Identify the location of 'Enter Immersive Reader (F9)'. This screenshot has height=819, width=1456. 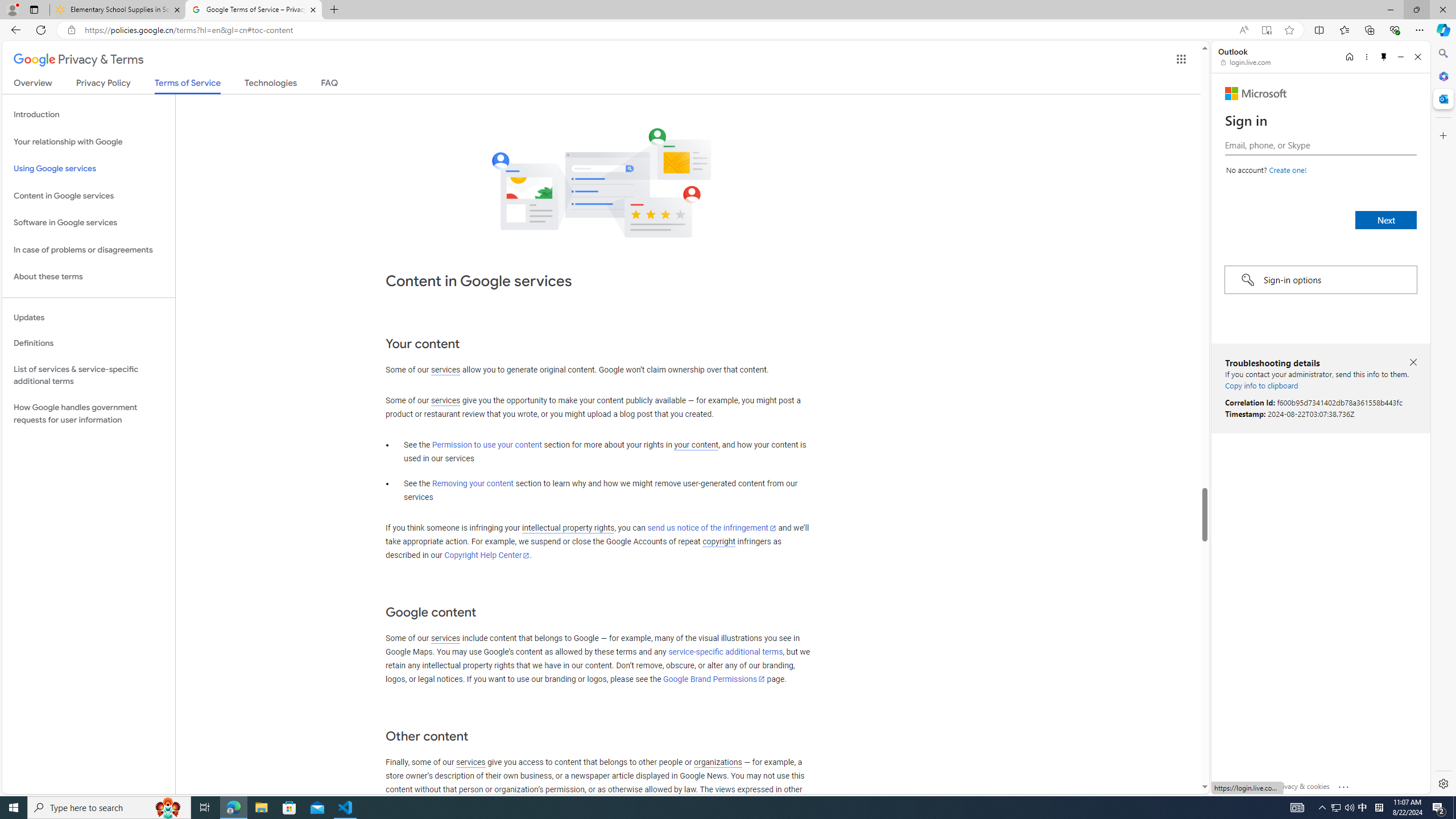
(1266, 30).